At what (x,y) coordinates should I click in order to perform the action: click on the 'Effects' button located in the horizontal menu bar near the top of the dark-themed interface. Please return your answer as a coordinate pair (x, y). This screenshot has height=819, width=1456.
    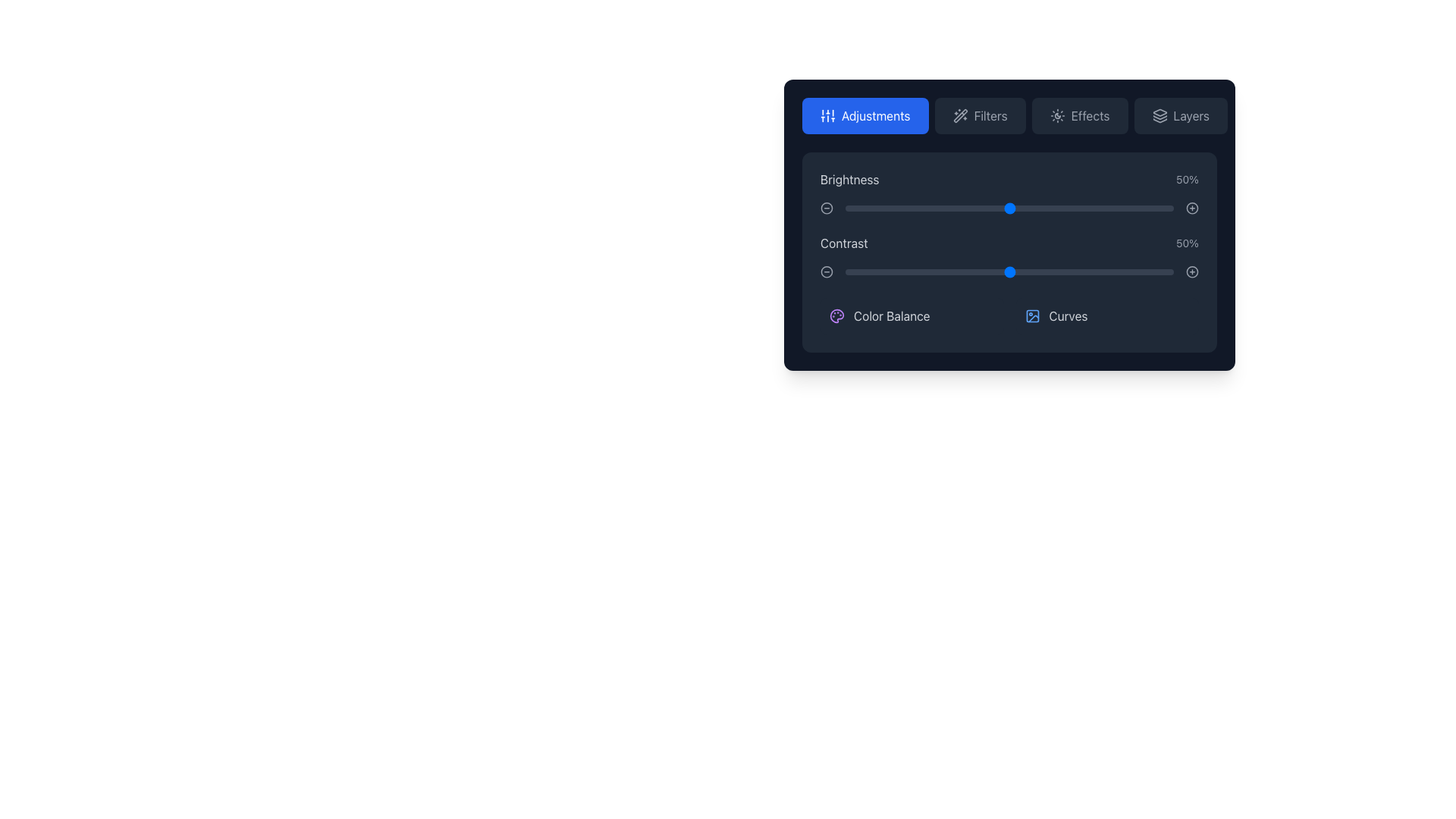
    Looking at the image, I should click on (1079, 115).